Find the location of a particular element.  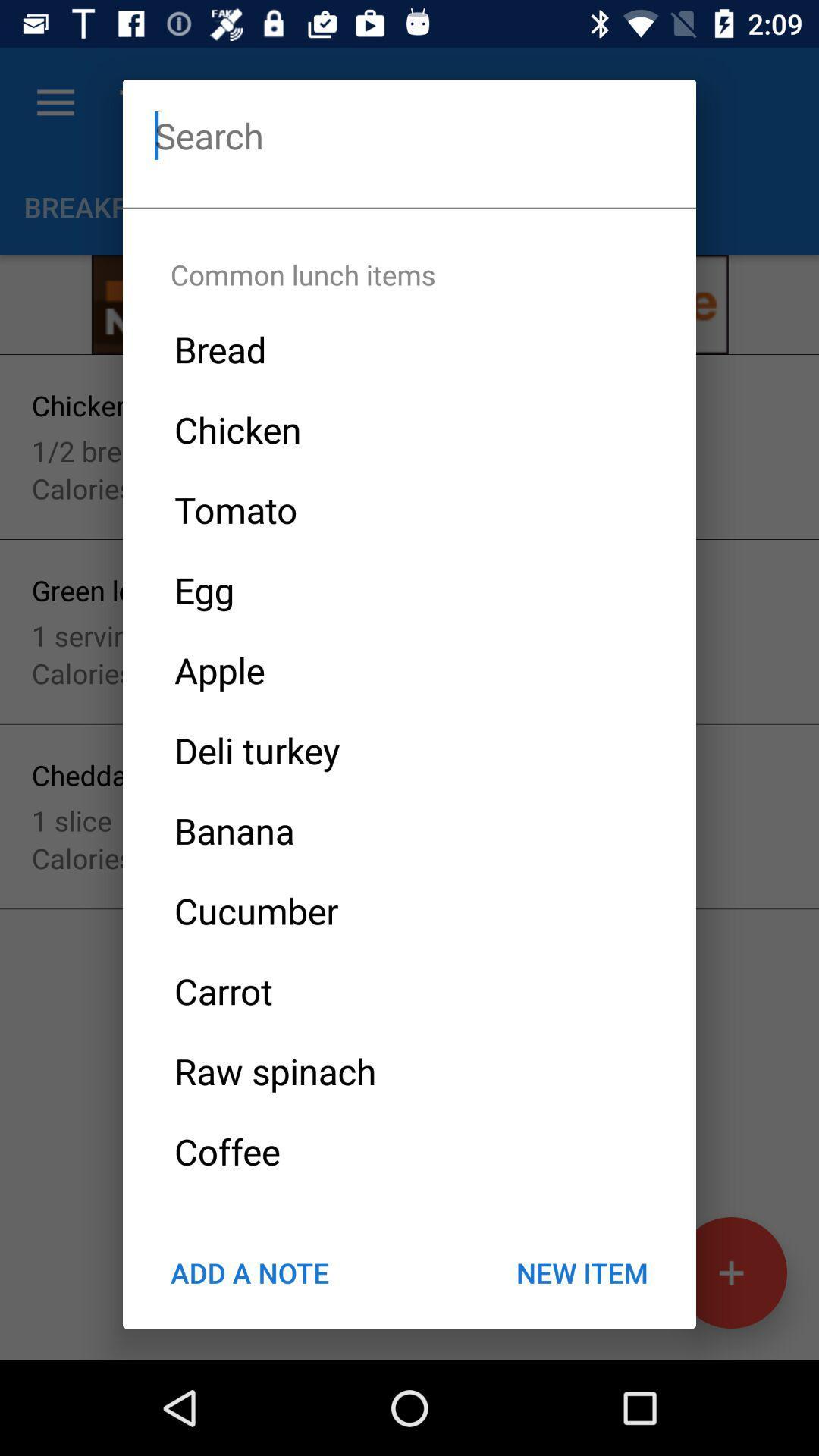

the item to the left of the new item icon is located at coordinates (249, 1272).